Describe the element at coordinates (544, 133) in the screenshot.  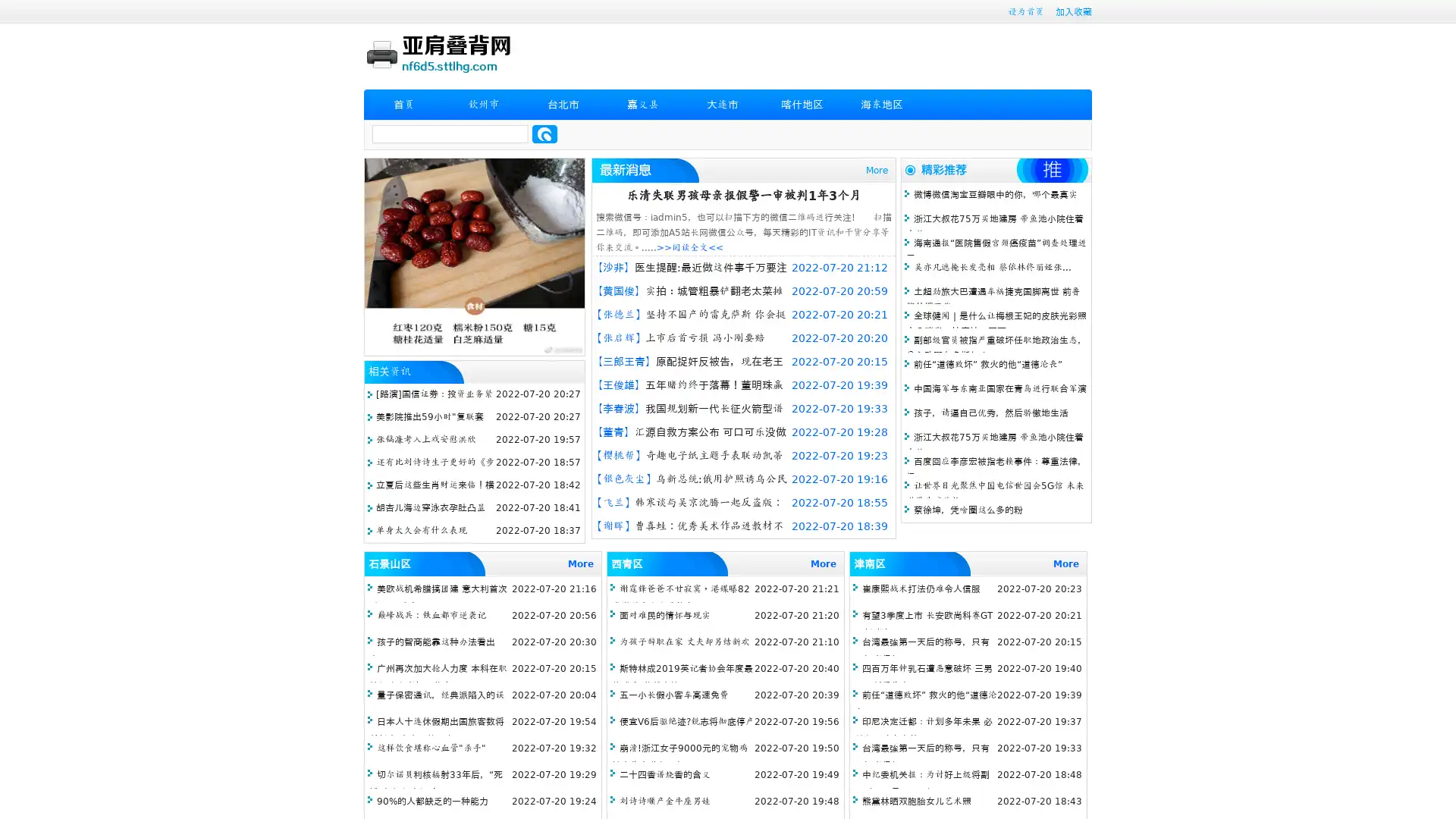
I see `Search` at that location.